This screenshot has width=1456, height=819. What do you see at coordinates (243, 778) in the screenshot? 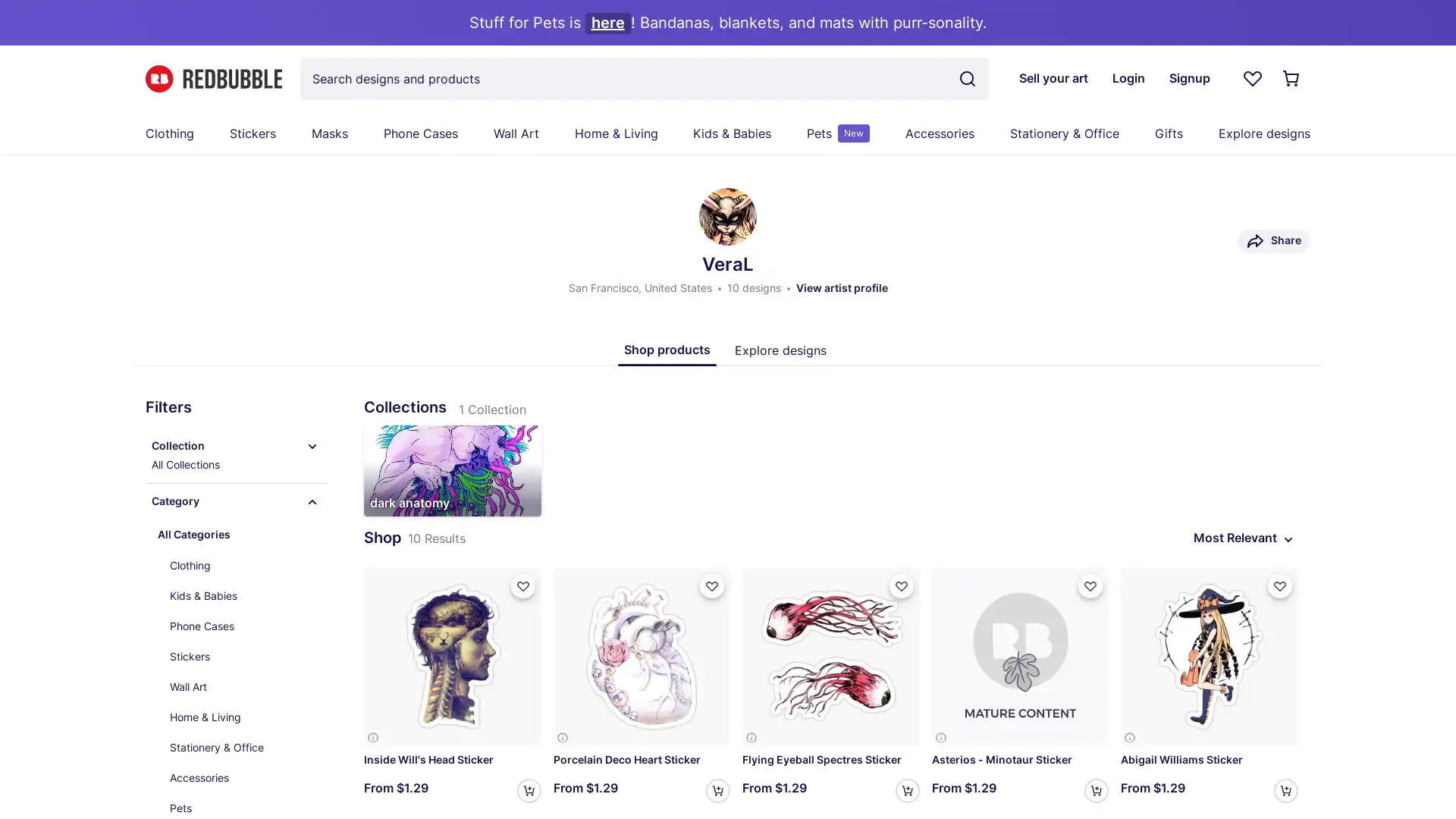
I see `Accessories` at bounding box center [243, 778].